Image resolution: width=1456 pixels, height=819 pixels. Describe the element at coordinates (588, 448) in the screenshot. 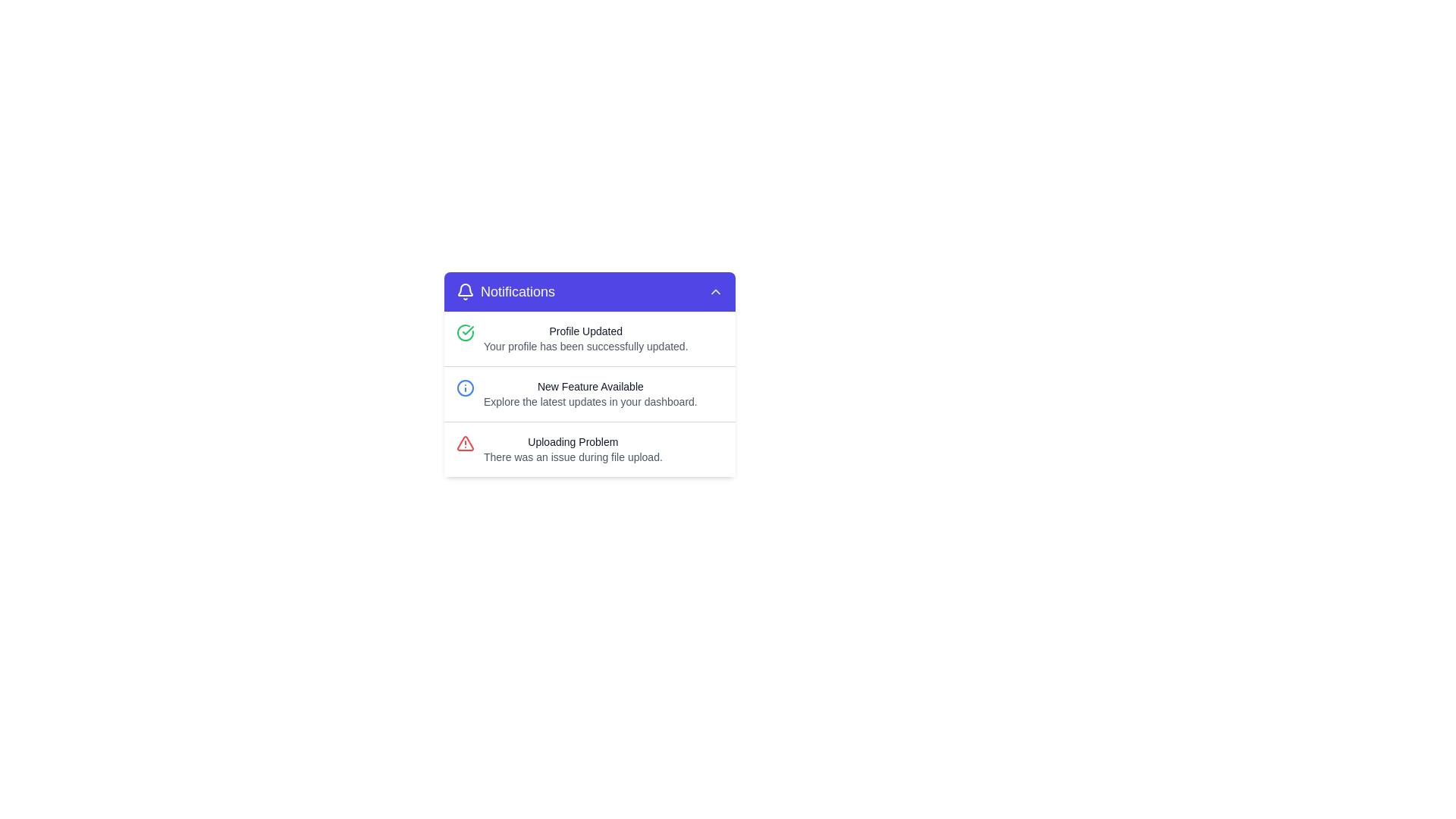

I see `notification message titled 'Uploading Problem' with a red warning icon, located at the bottom of the notification list` at that location.